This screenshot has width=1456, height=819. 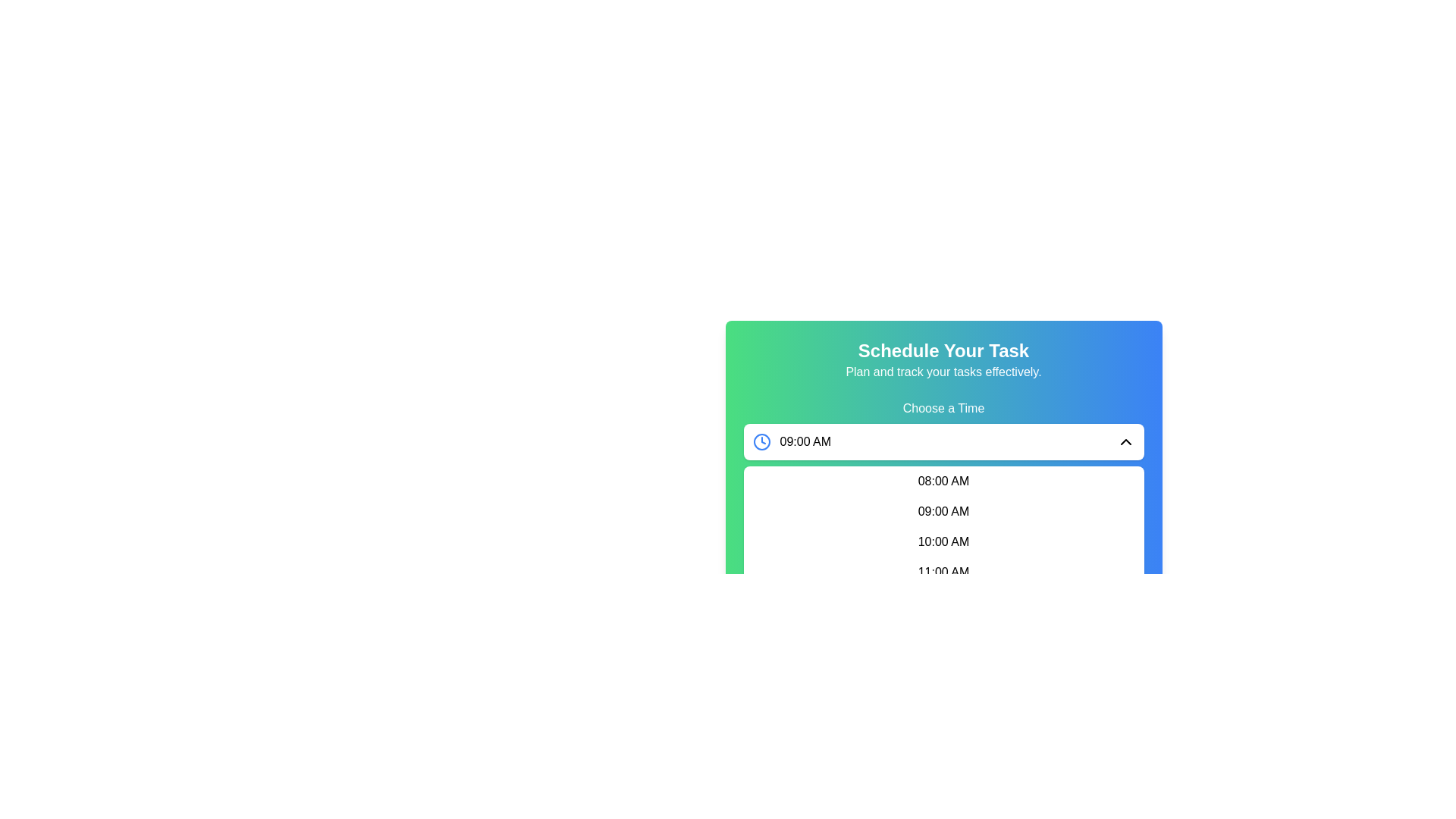 What do you see at coordinates (943, 541) in the screenshot?
I see `the third item in the vertically-arranged dropdown list` at bounding box center [943, 541].